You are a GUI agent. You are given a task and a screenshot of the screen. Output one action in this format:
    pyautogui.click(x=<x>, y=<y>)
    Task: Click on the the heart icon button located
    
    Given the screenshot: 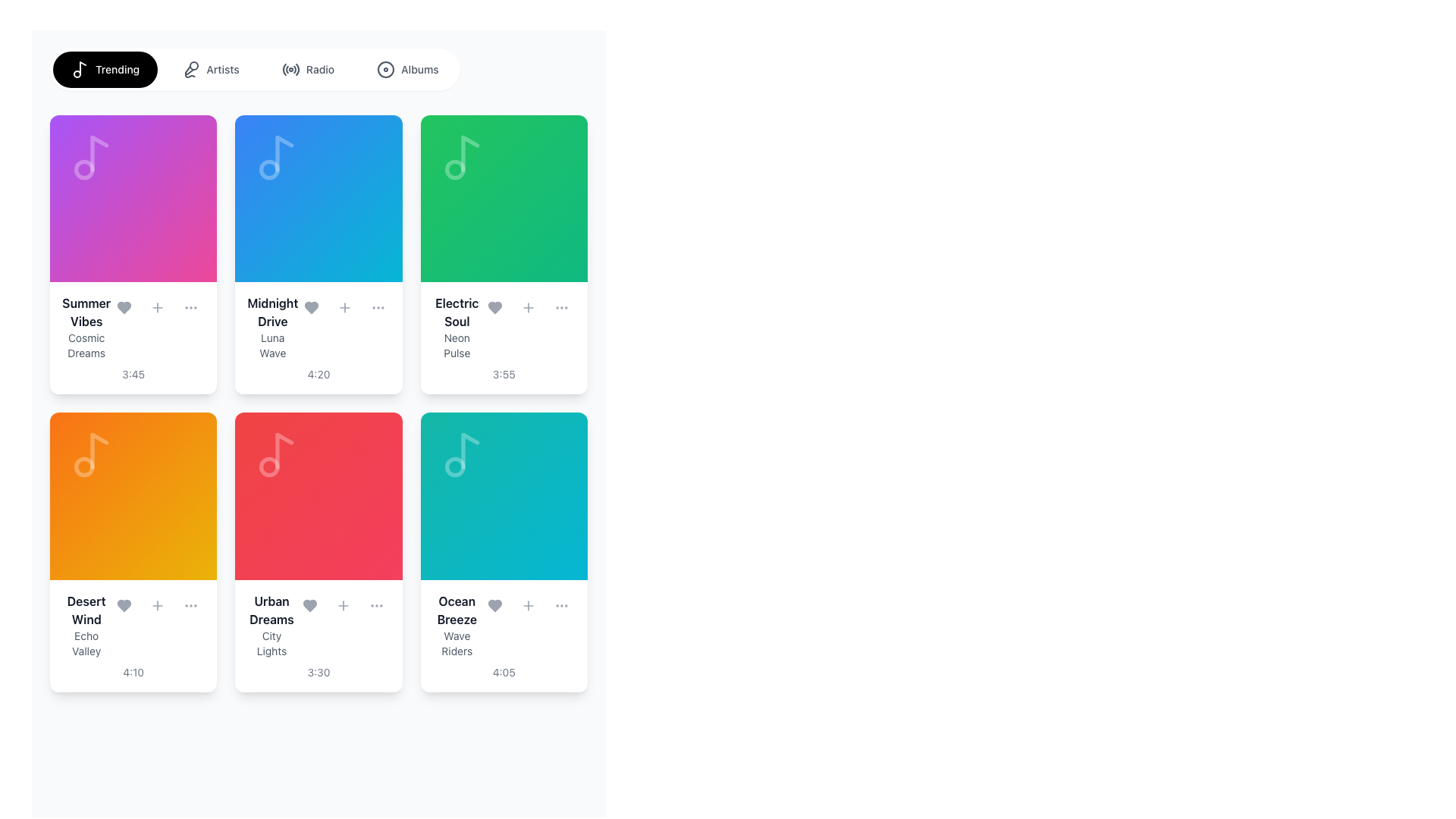 What is the action you would take?
    pyautogui.click(x=124, y=604)
    